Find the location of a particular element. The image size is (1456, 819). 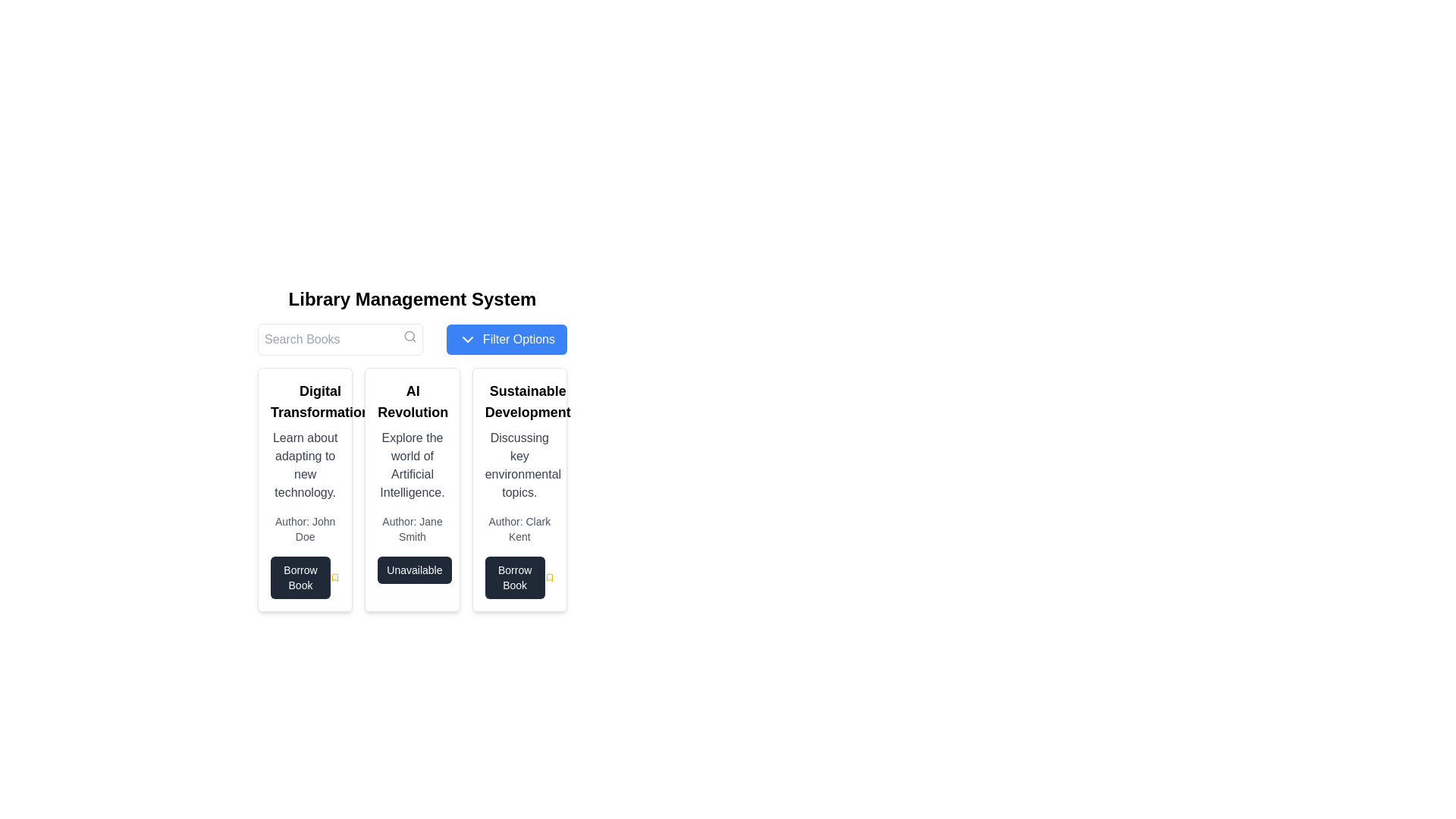

the static text displaying 'Author: Jane Smith' located in the second card titled 'AI Revolution', which is positioned centrally below the primary description and above the 'Unavailable' button is located at coordinates (412, 529).